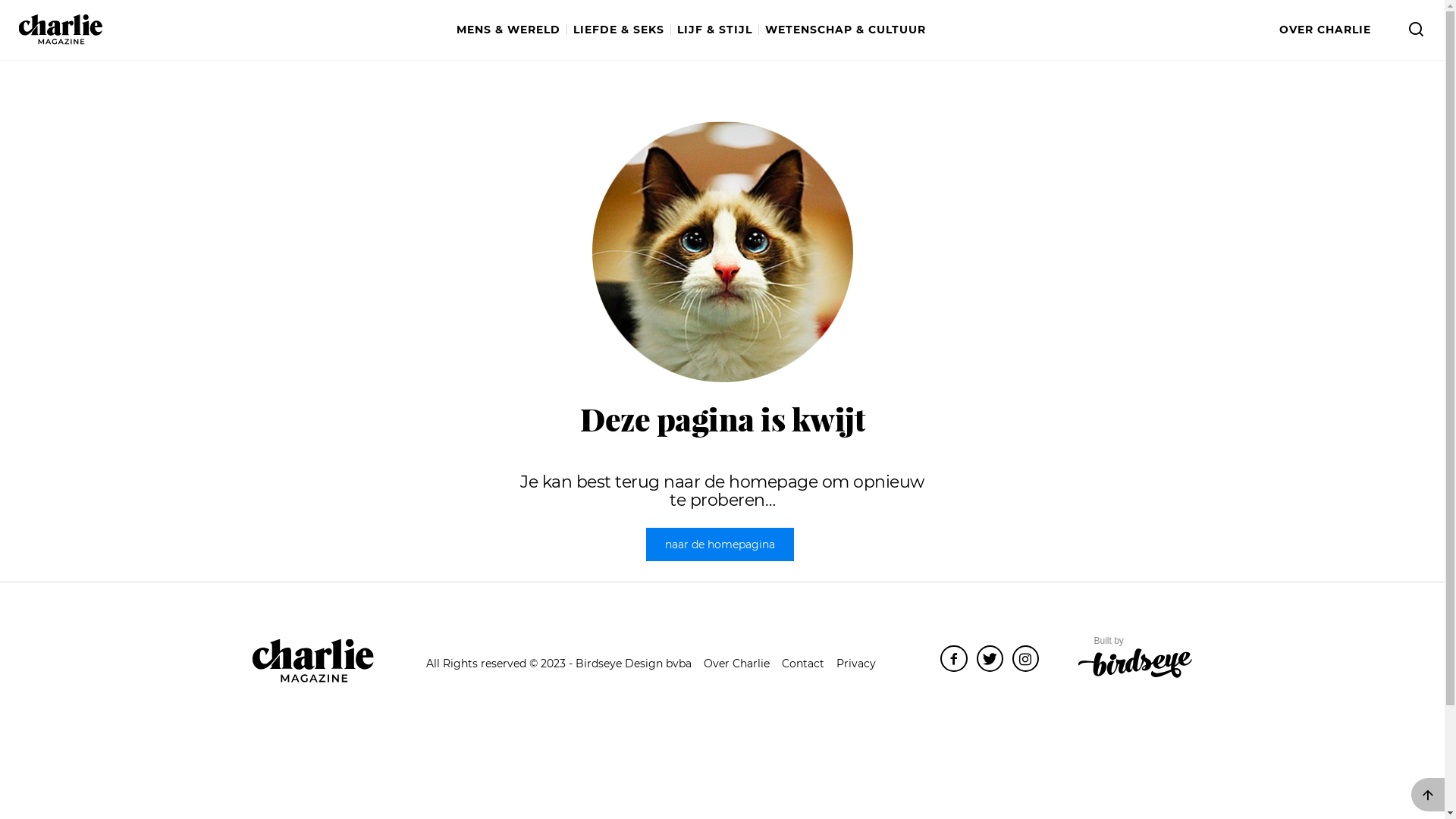 The image size is (1456, 819). I want to click on 'OVER CHARLIE', so click(1278, 30).